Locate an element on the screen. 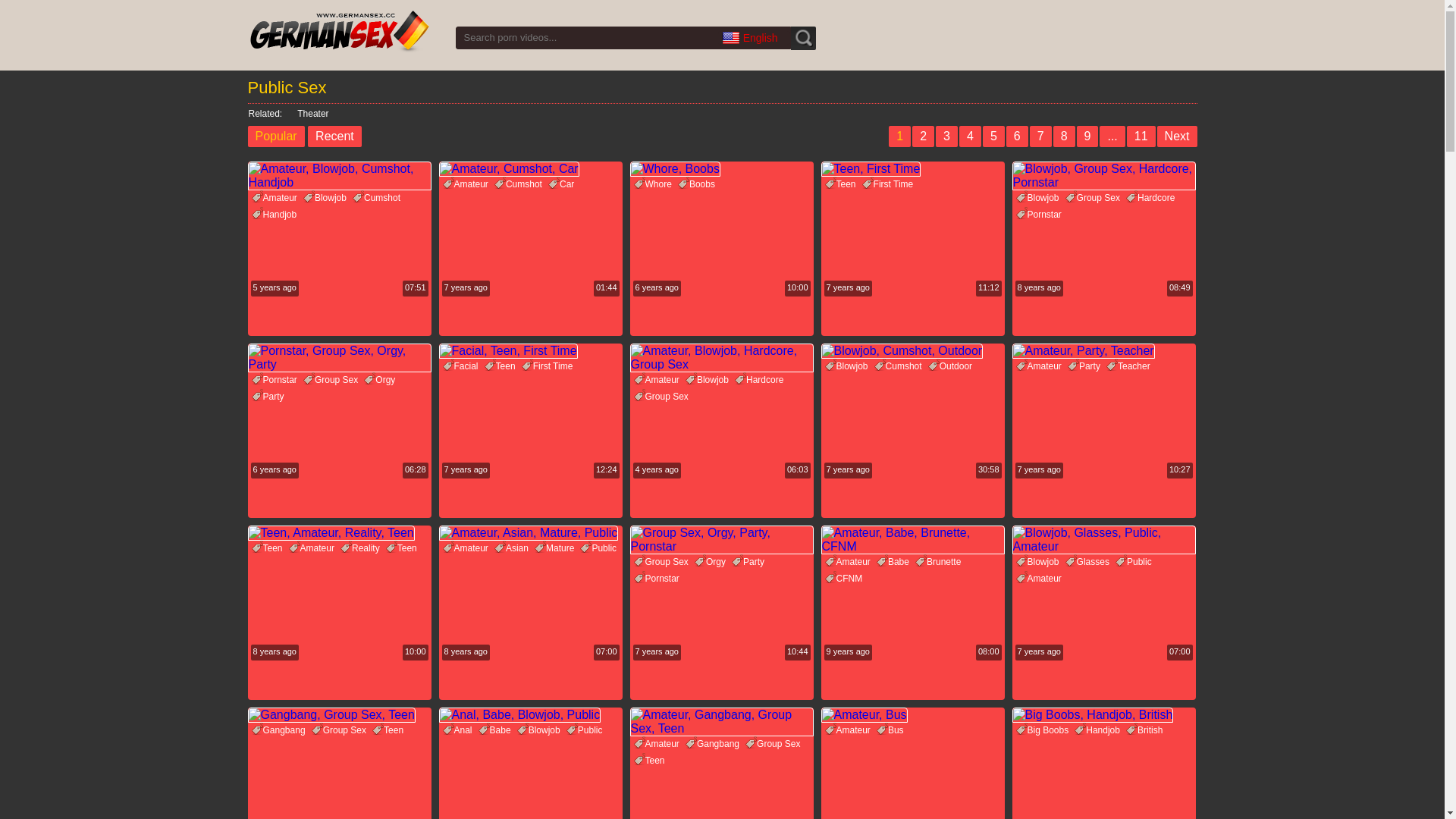 This screenshot has height=819, width=1456. 'Next' is located at coordinates (1176, 136).